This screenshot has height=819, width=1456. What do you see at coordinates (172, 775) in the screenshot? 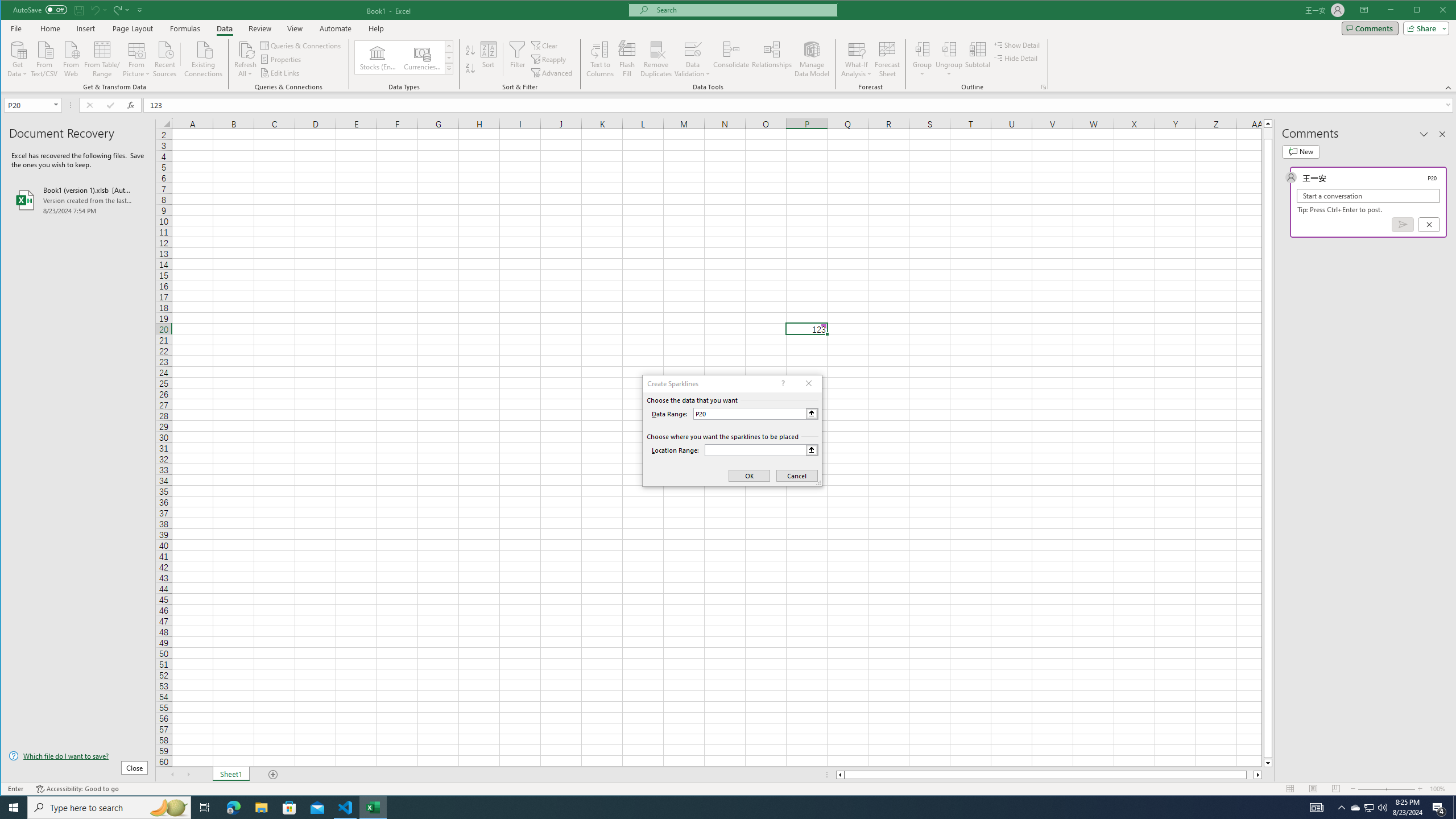
I see `'Scroll Left'` at bounding box center [172, 775].